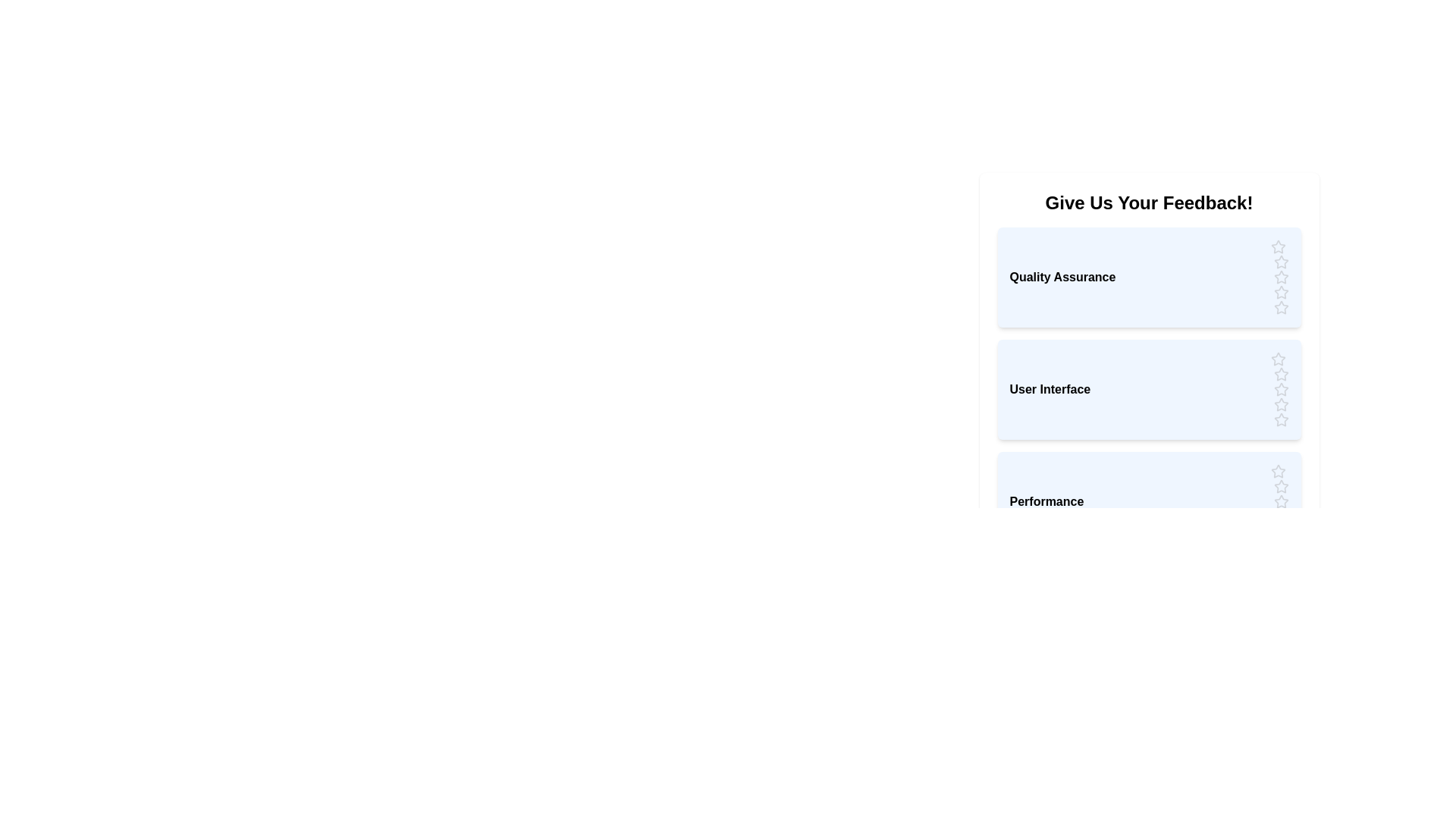 The image size is (1456, 819). Describe the element at coordinates (1280, 420) in the screenshot. I see `the rating for the category 'User Interface' to 5 stars` at that location.